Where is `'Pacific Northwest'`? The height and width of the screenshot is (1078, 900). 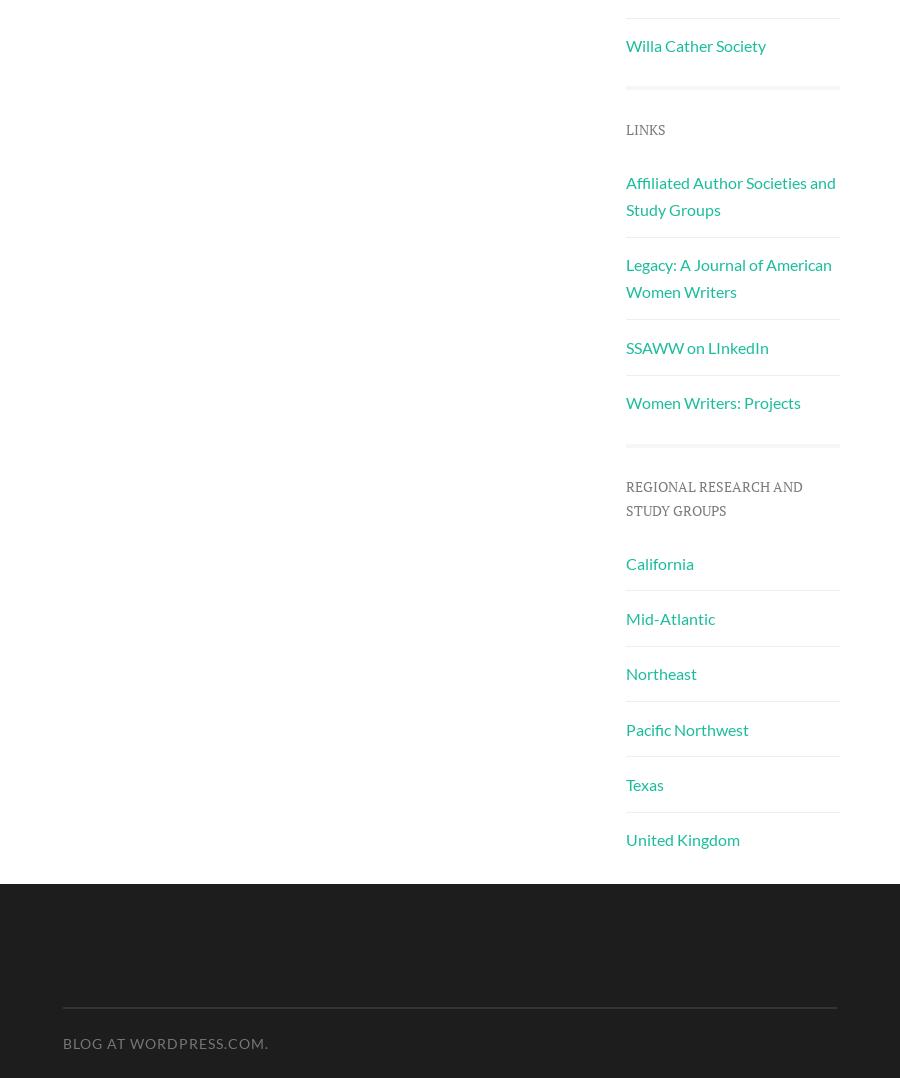 'Pacific Northwest' is located at coordinates (685, 727).